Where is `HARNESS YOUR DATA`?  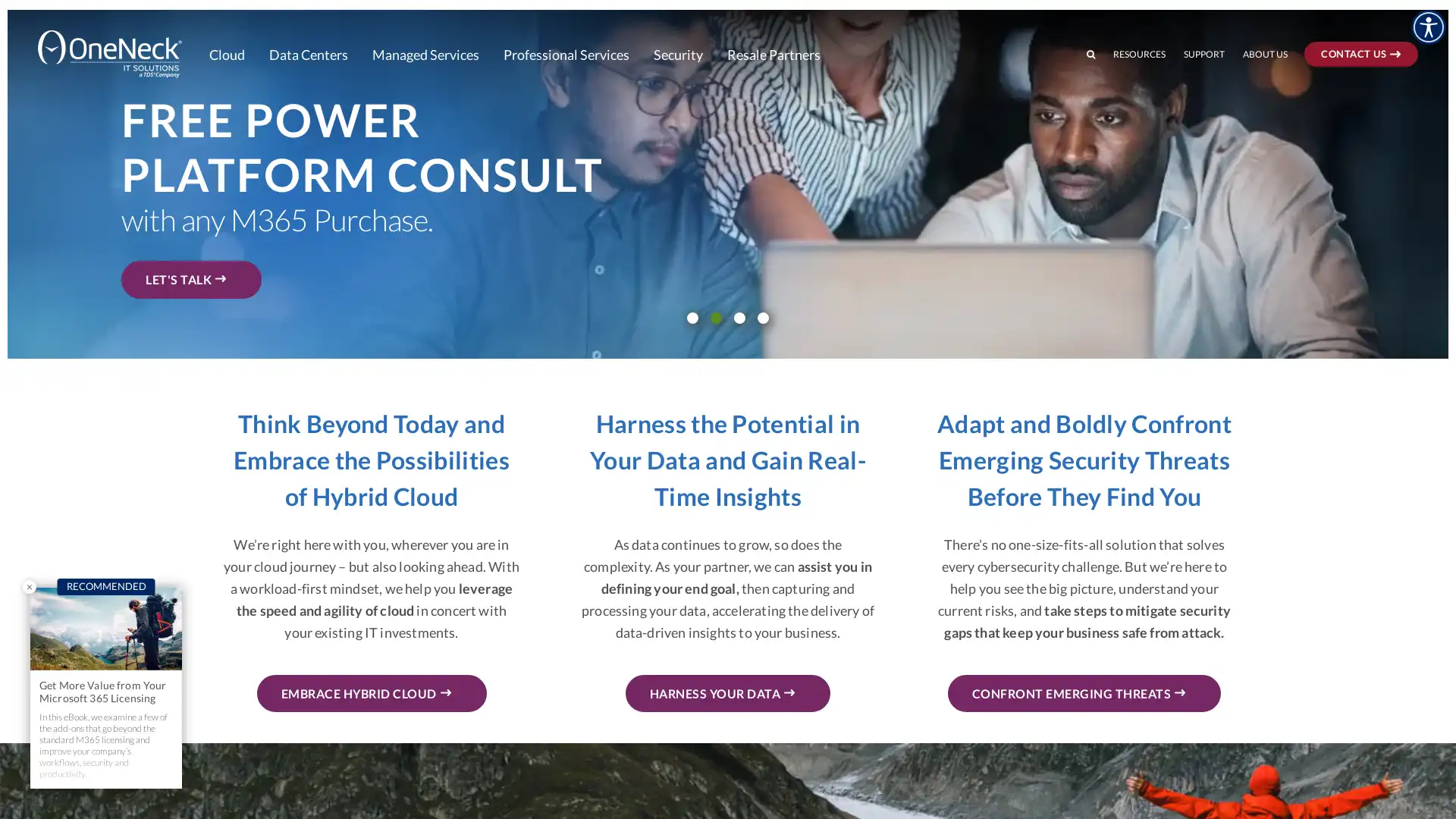 HARNESS YOUR DATA is located at coordinates (726, 693).